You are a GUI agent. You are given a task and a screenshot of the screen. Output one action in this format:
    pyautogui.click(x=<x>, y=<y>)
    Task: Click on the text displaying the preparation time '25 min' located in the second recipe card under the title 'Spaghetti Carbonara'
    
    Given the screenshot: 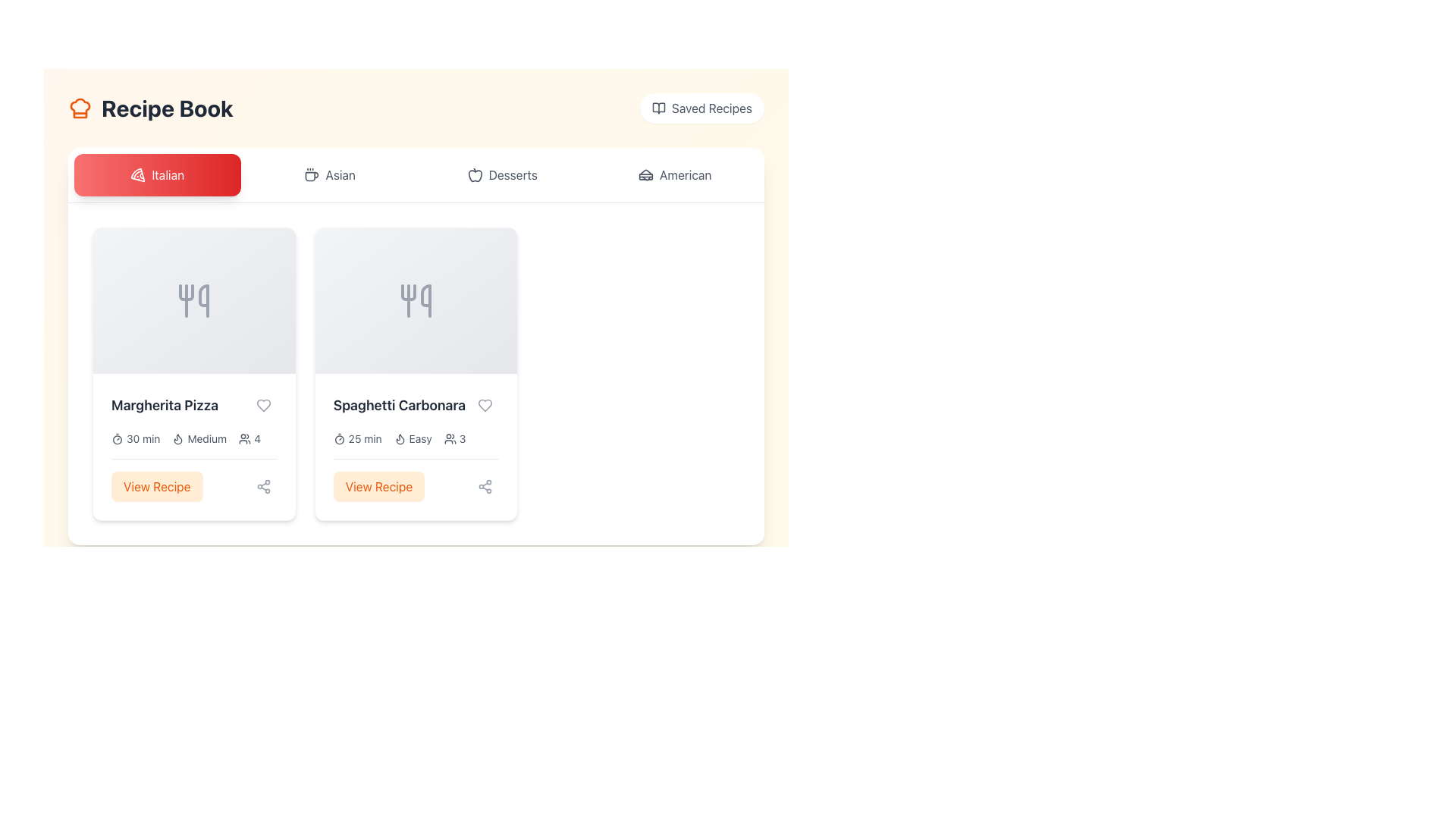 What is the action you would take?
    pyautogui.click(x=356, y=438)
    